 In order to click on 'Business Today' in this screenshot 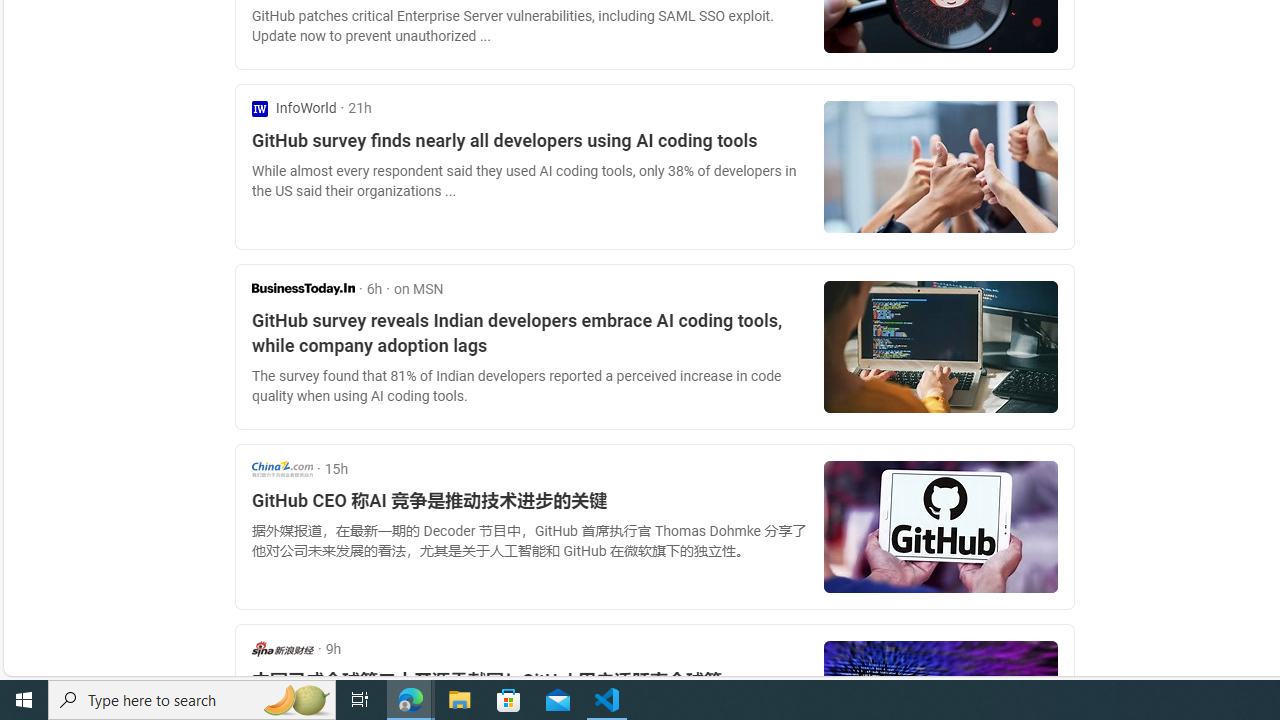, I will do `click(302, 288)`.